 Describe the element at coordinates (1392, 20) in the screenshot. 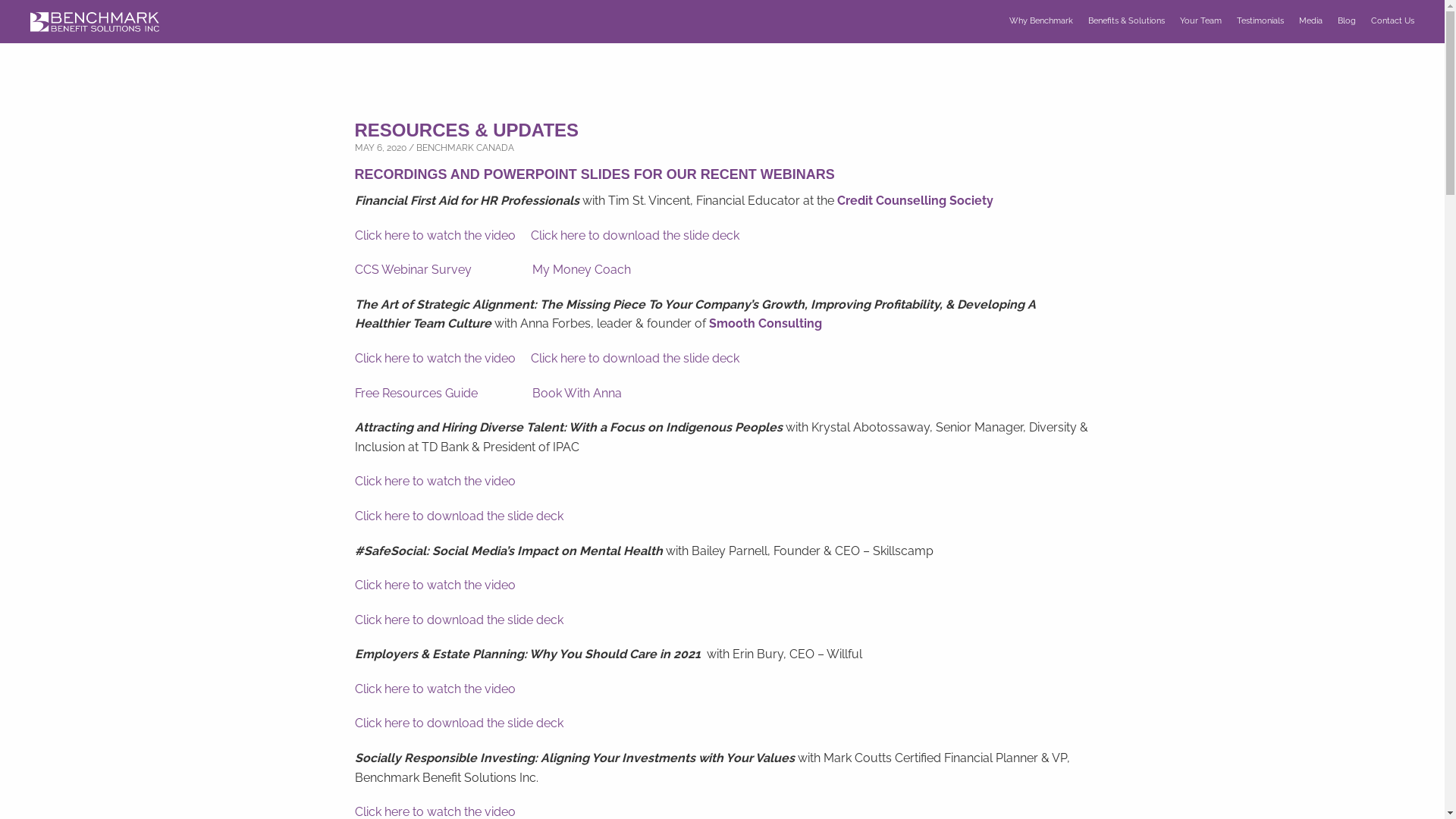

I see `'Contact Us'` at that location.